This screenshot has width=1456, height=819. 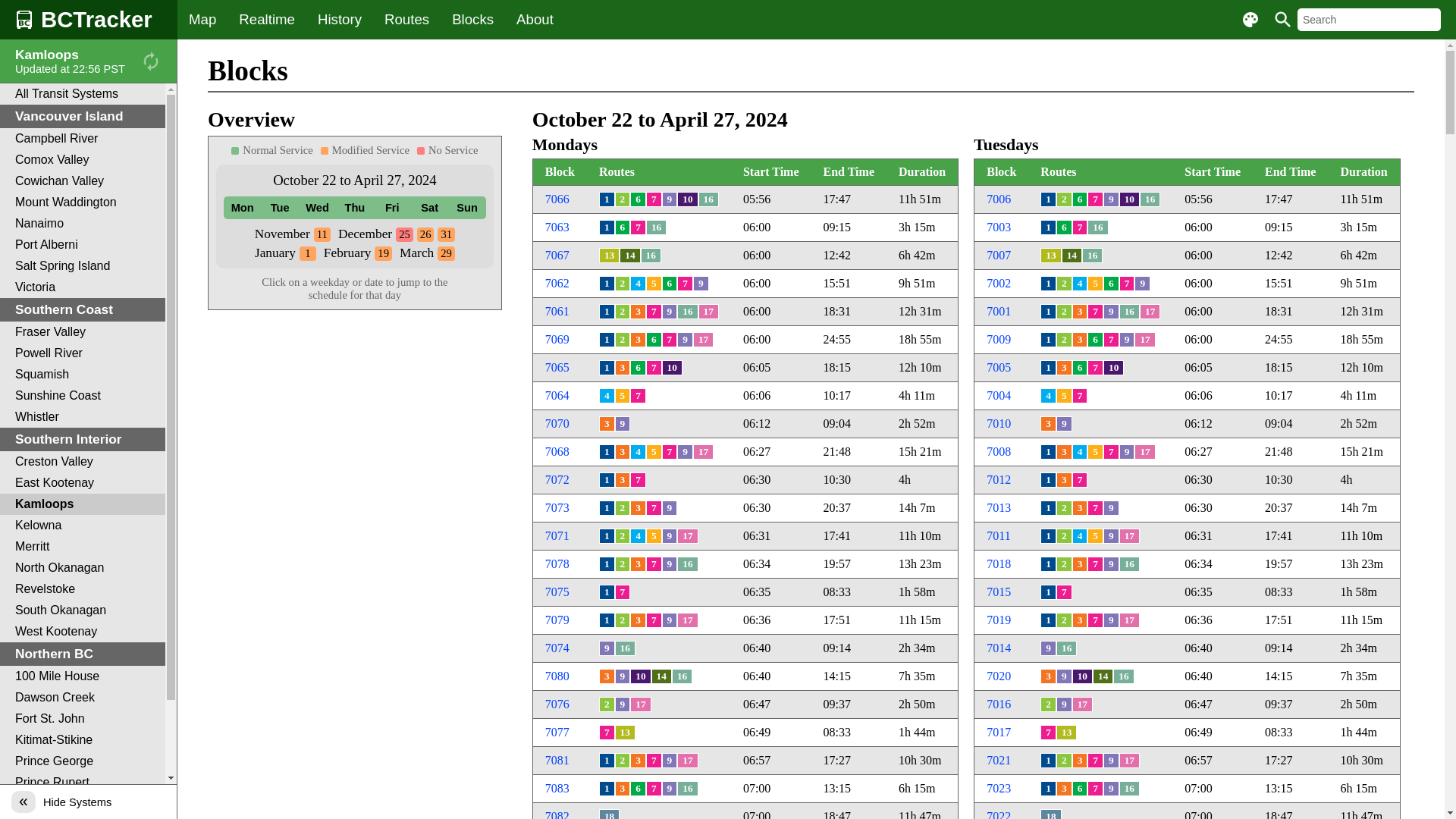 What do you see at coordinates (998, 675) in the screenshot?
I see `'7020'` at bounding box center [998, 675].